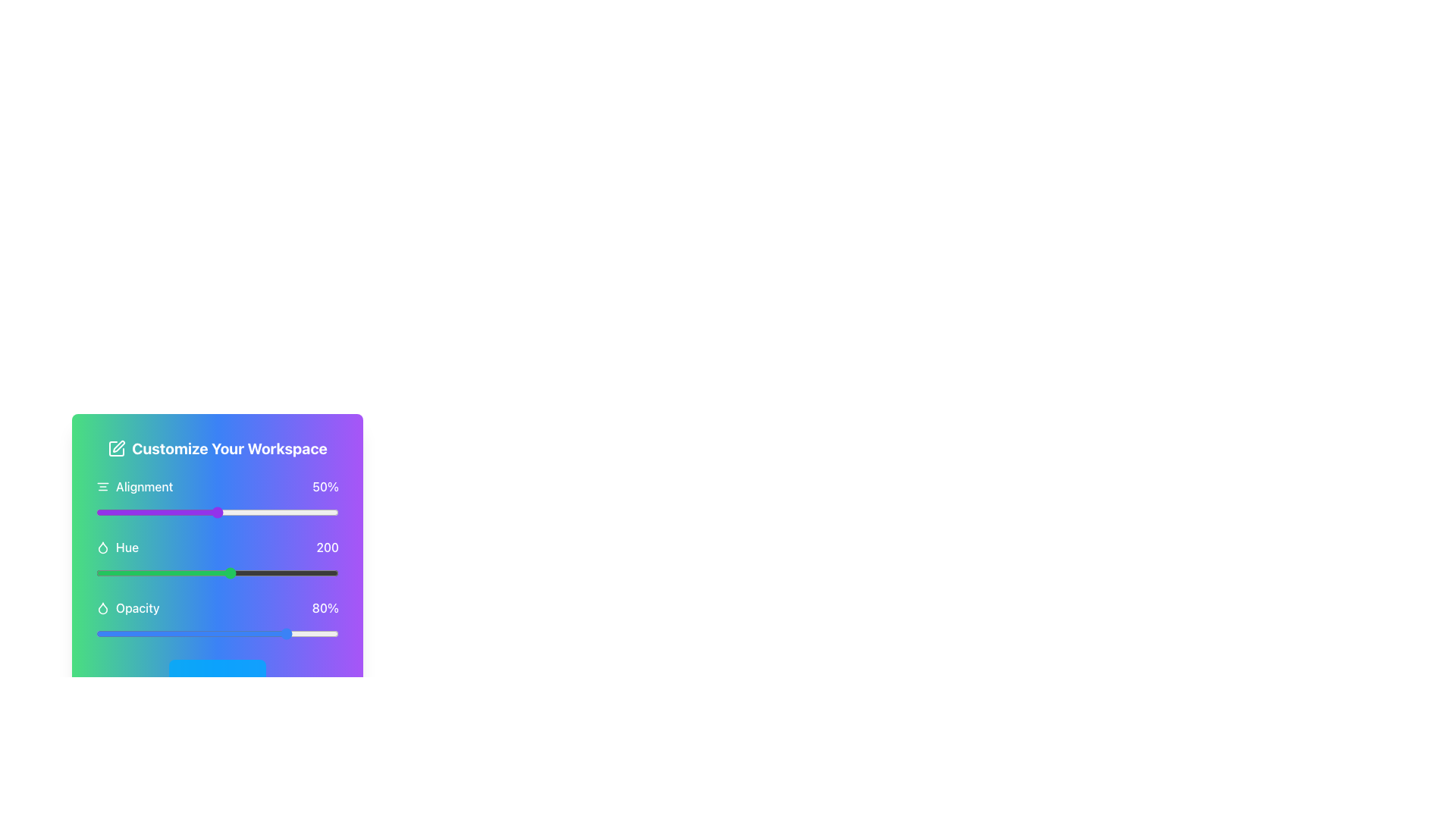  Describe the element at coordinates (166, 573) in the screenshot. I see `hue` at that location.